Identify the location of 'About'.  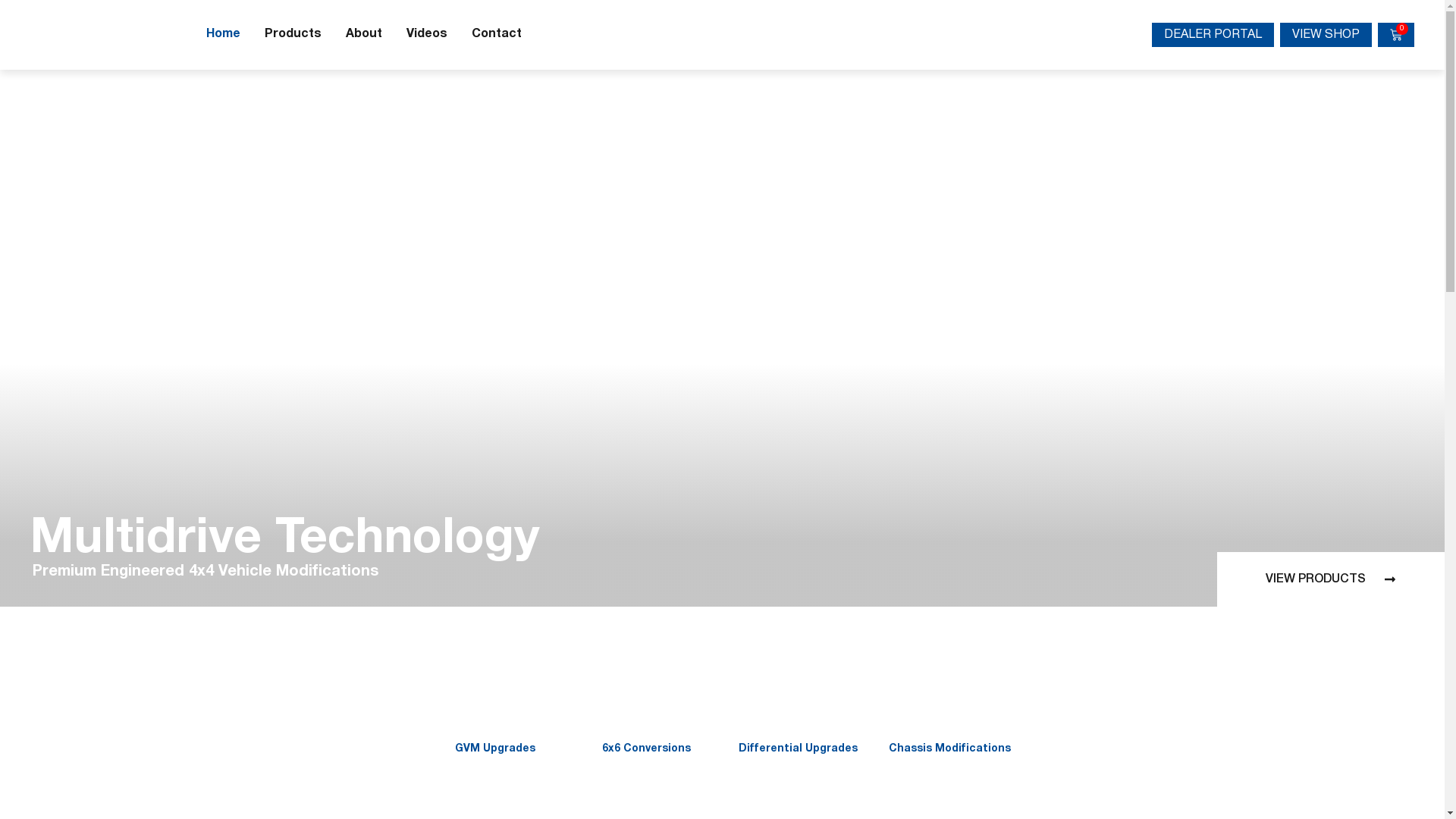
(364, 34).